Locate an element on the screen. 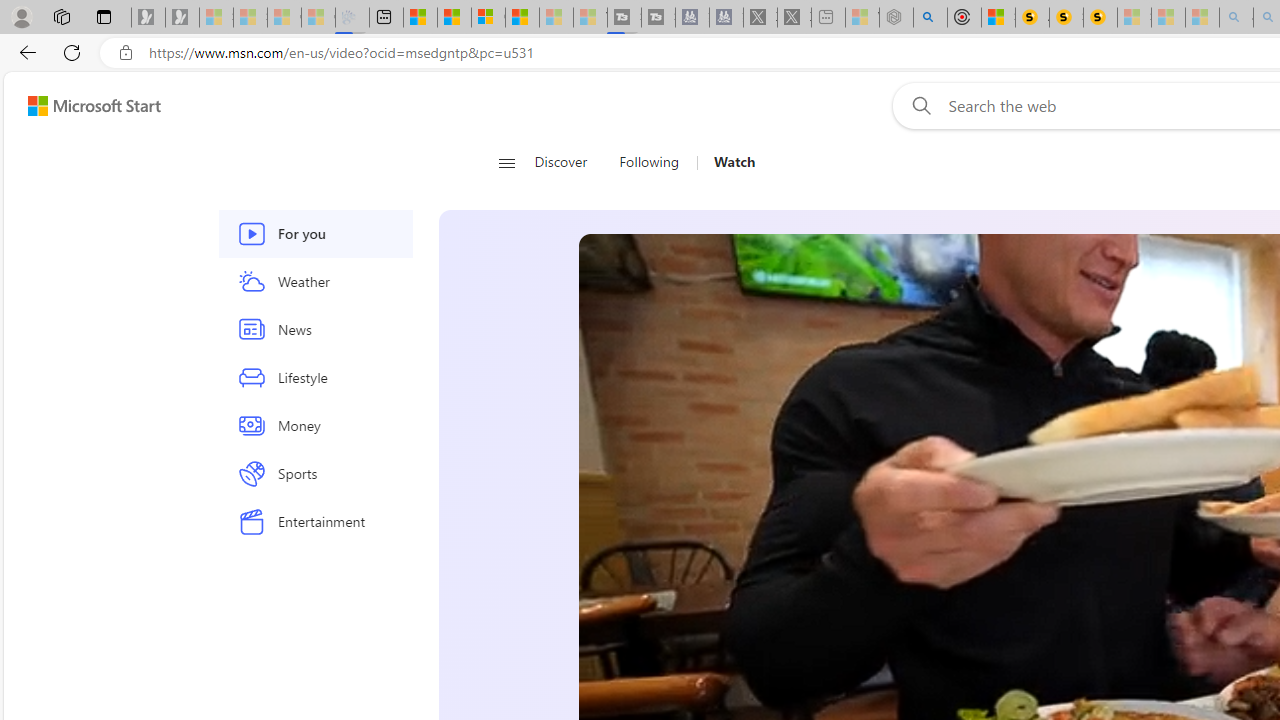 This screenshot has width=1280, height=720. 'Following' is located at coordinates (650, 162).